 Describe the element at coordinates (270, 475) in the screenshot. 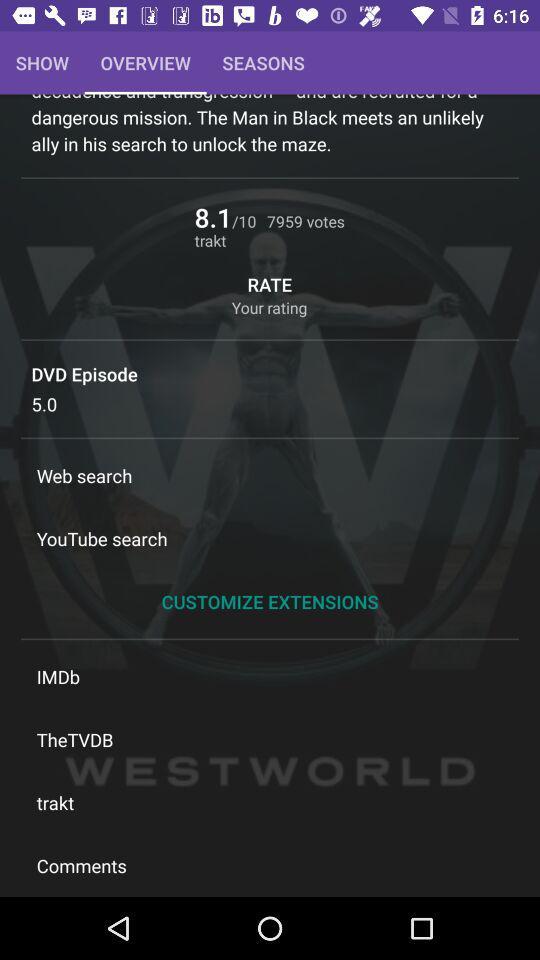

I see `item above the youtube search icon` at that location.